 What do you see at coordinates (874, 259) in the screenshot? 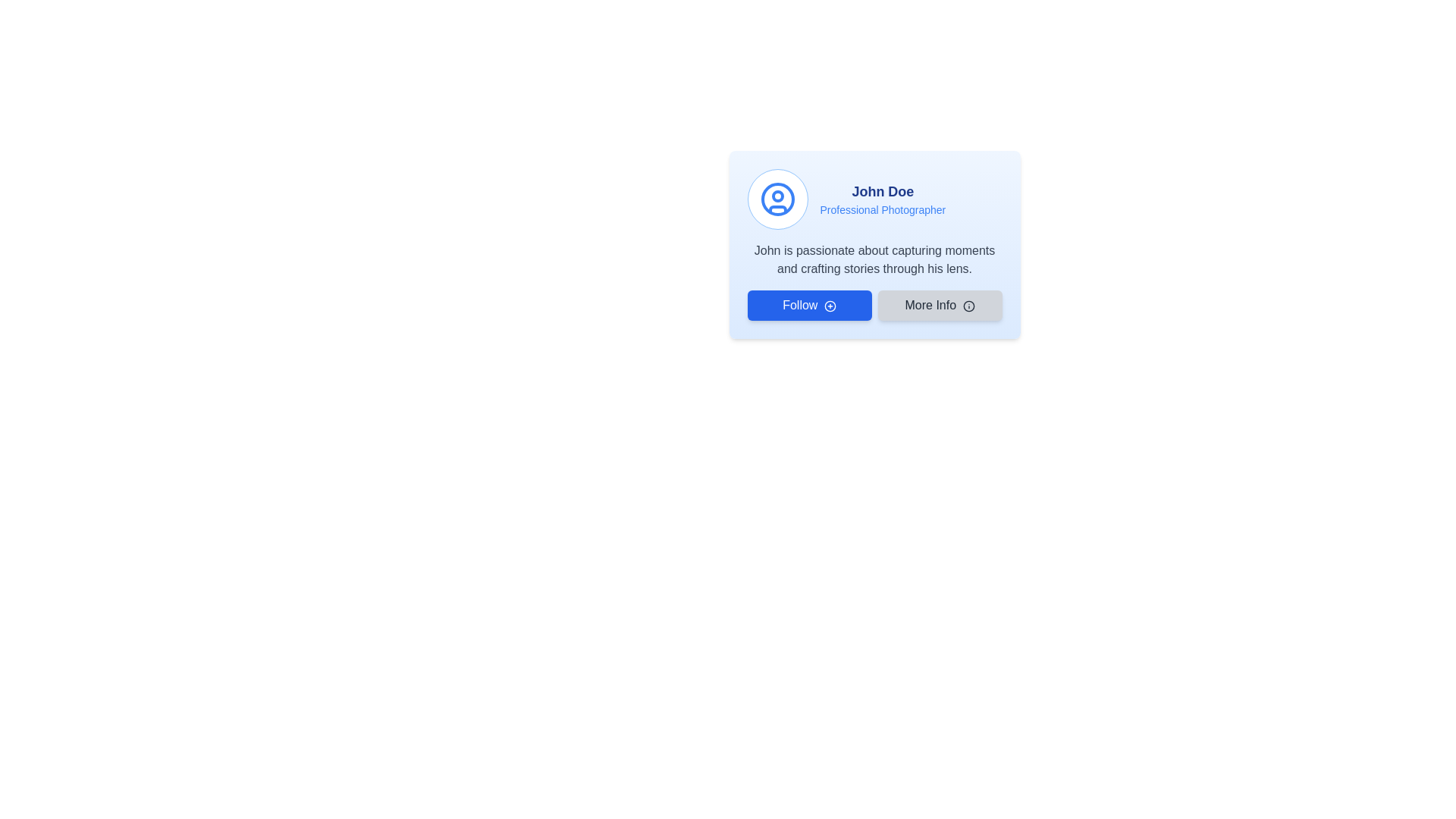
I see `the descriptive text element about John and his passion for photography, which is located between the title 'John Doe' and the interactive buttons 'Follow' and 'More Info'` at bounding box center [874, 259].